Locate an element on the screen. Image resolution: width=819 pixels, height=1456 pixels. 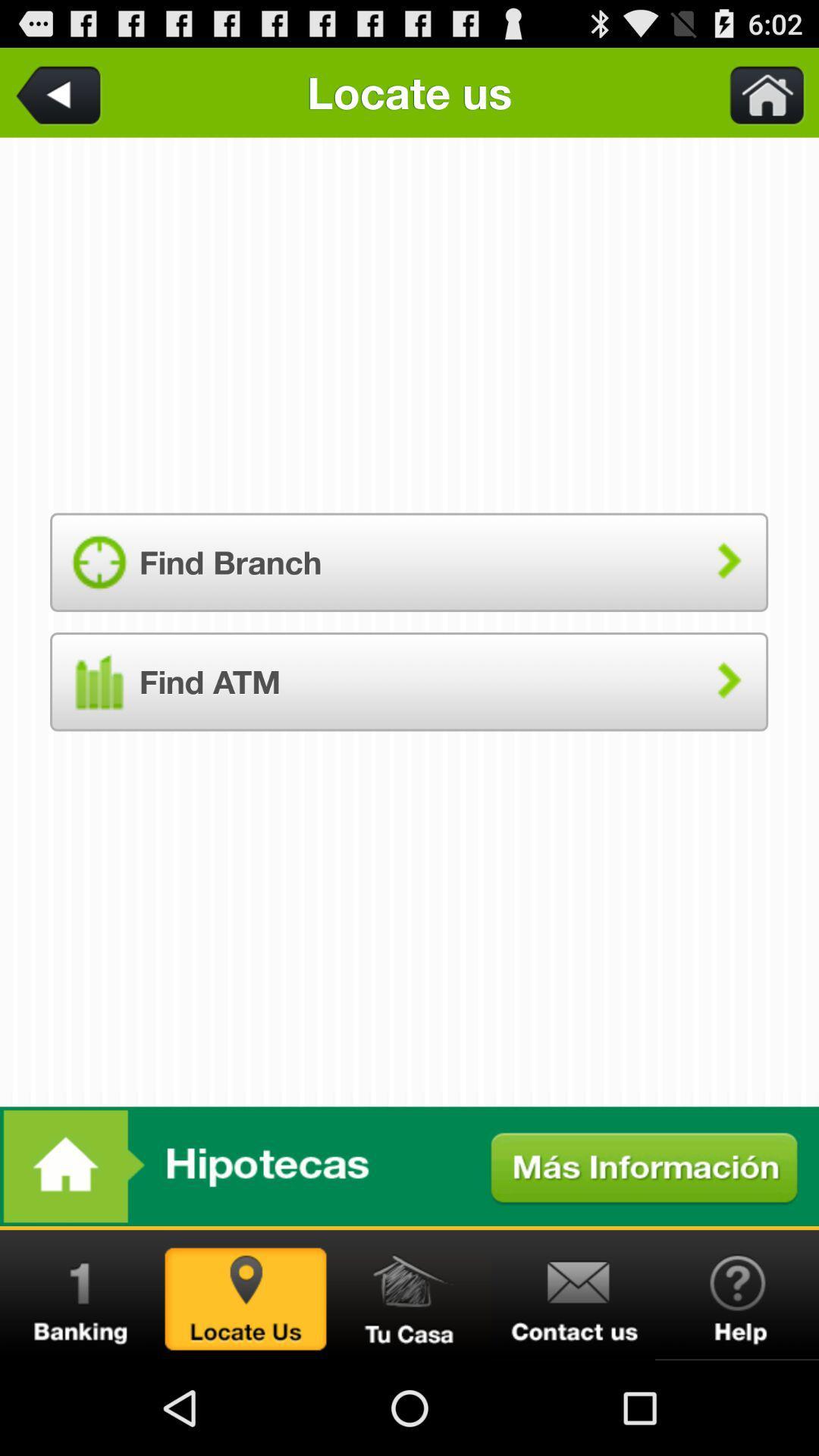
the home icon is located at coordinates (409, 1386).